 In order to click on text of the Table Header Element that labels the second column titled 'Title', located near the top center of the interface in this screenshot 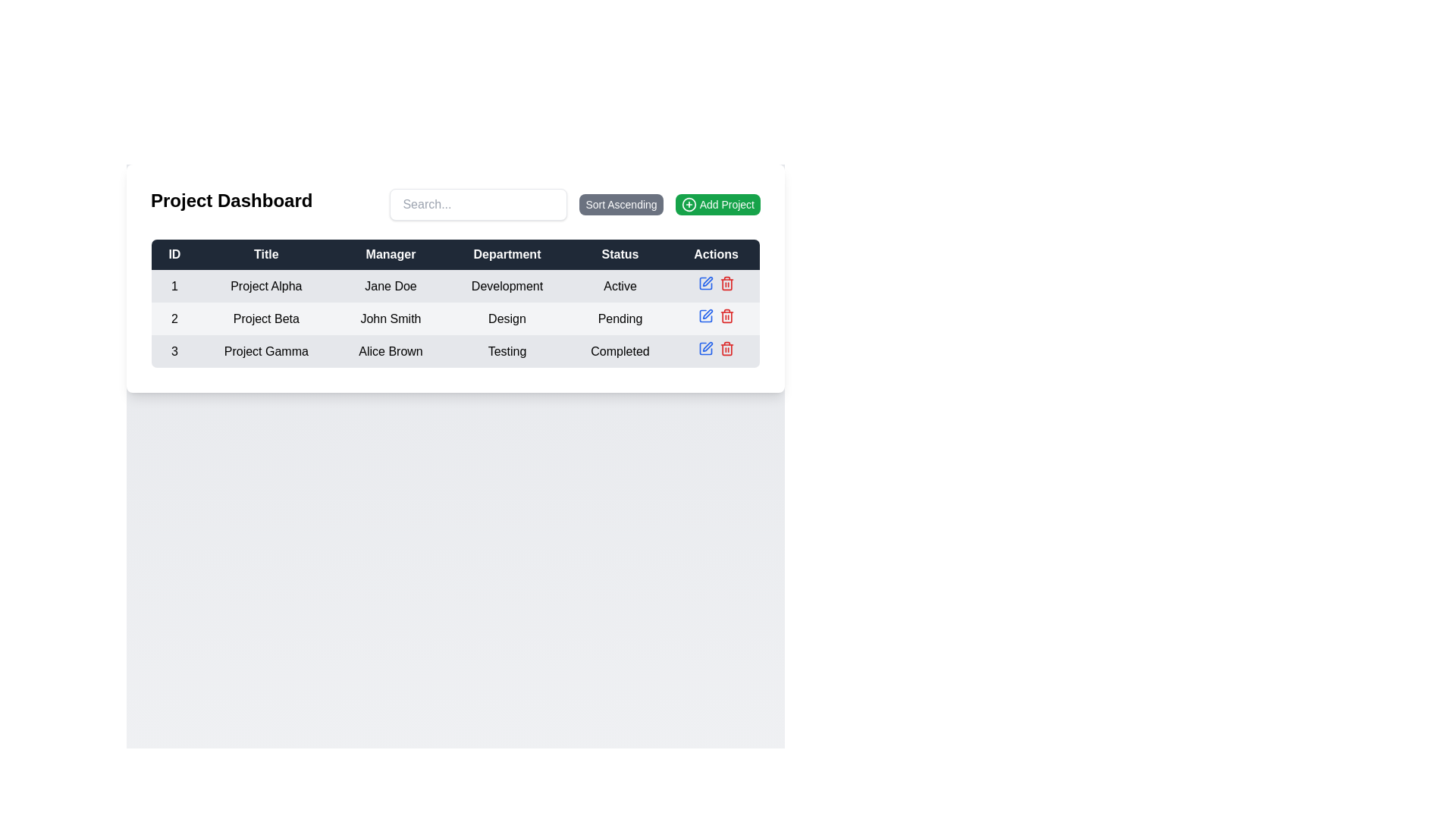, I will do `click(266, 253)`.